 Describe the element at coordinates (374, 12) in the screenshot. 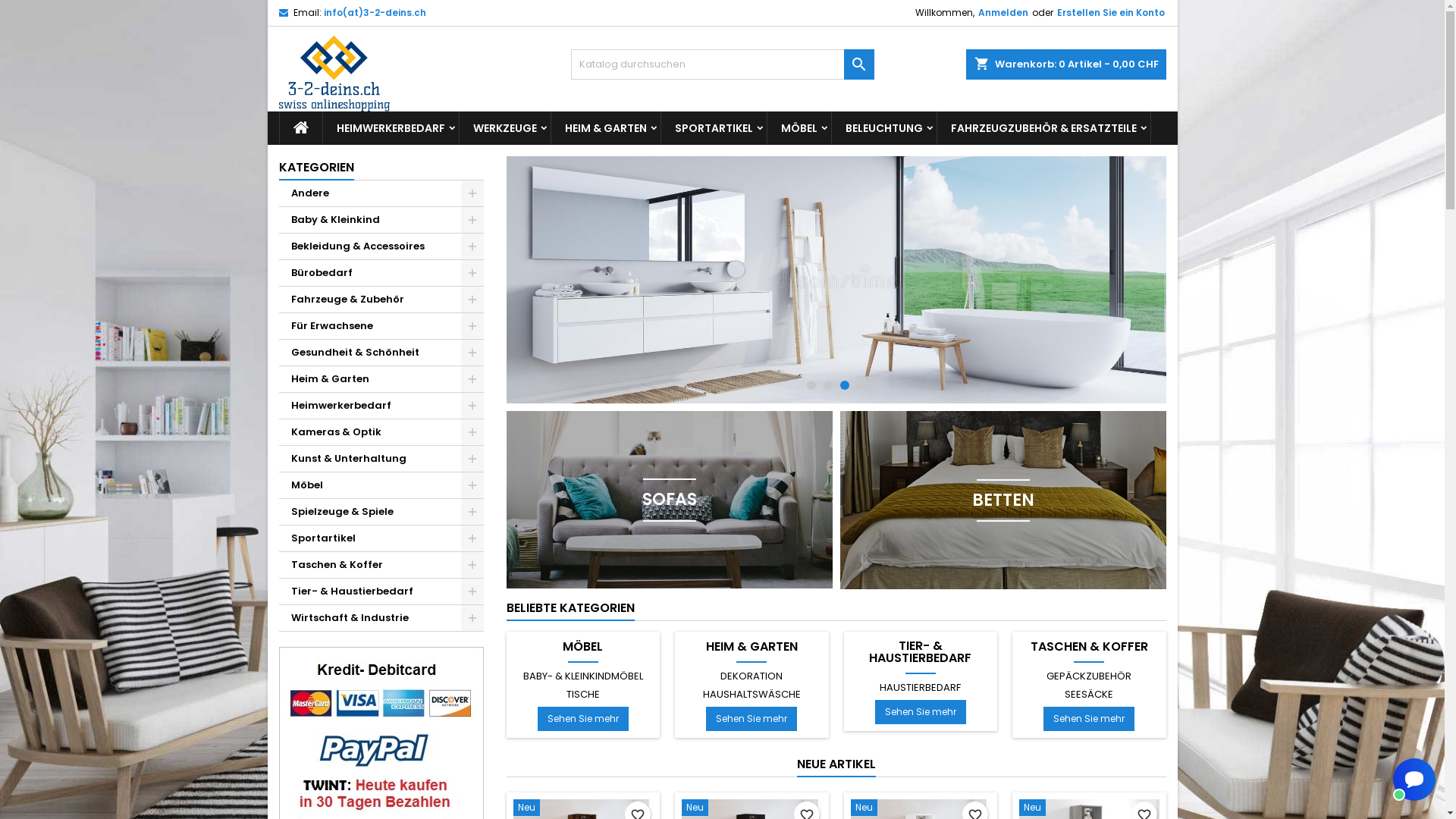

I see `'info(at)3-2-deins.ch'` at that location.